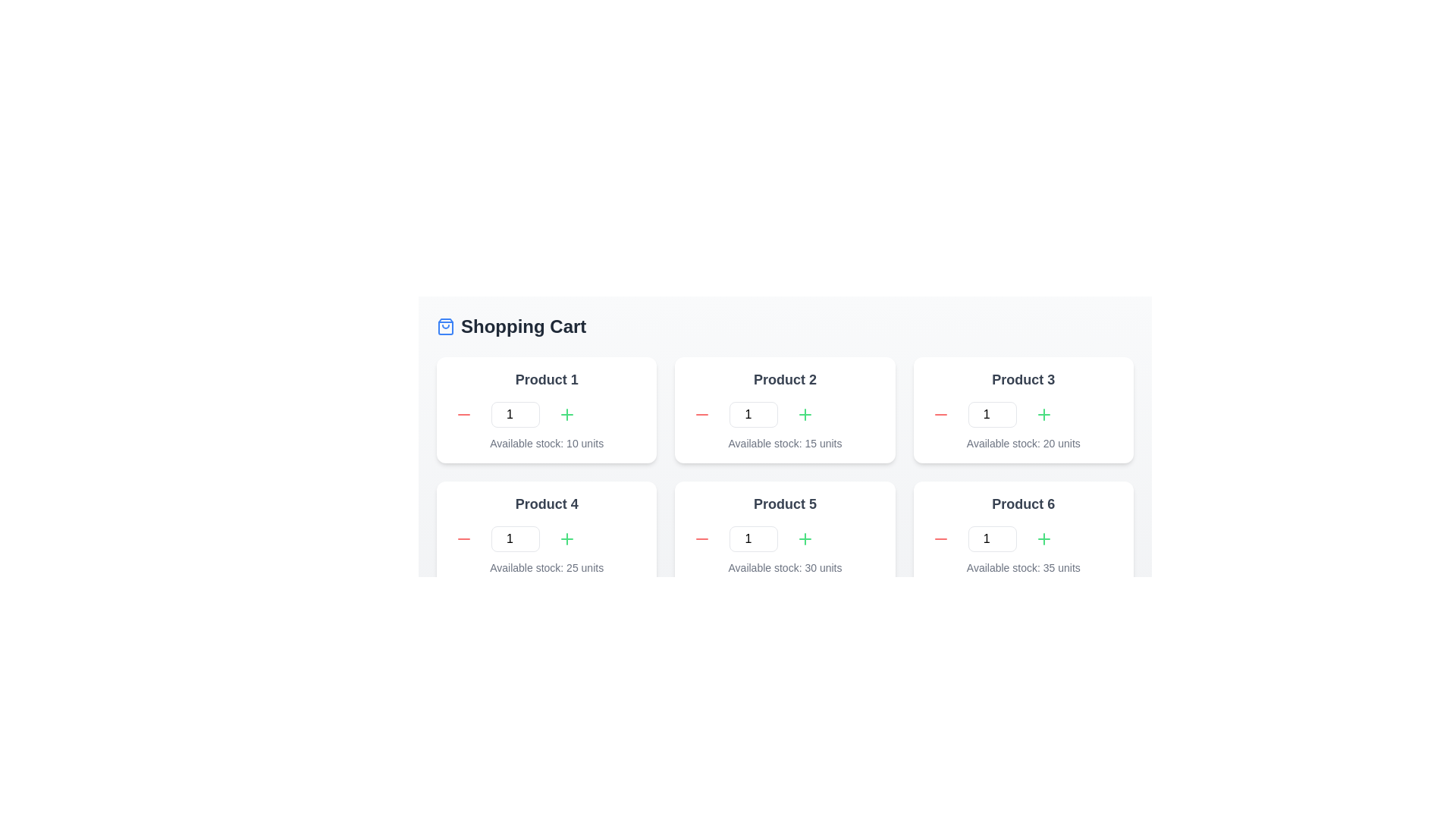  Describe the element at coordinates (523, 326) in the screenshot. I see `the bold, large-sized 'Shopping Cart' text, which is styled in dark gray and positioned near the top center of the interface, to the right of a shopping bag icon` at that location.